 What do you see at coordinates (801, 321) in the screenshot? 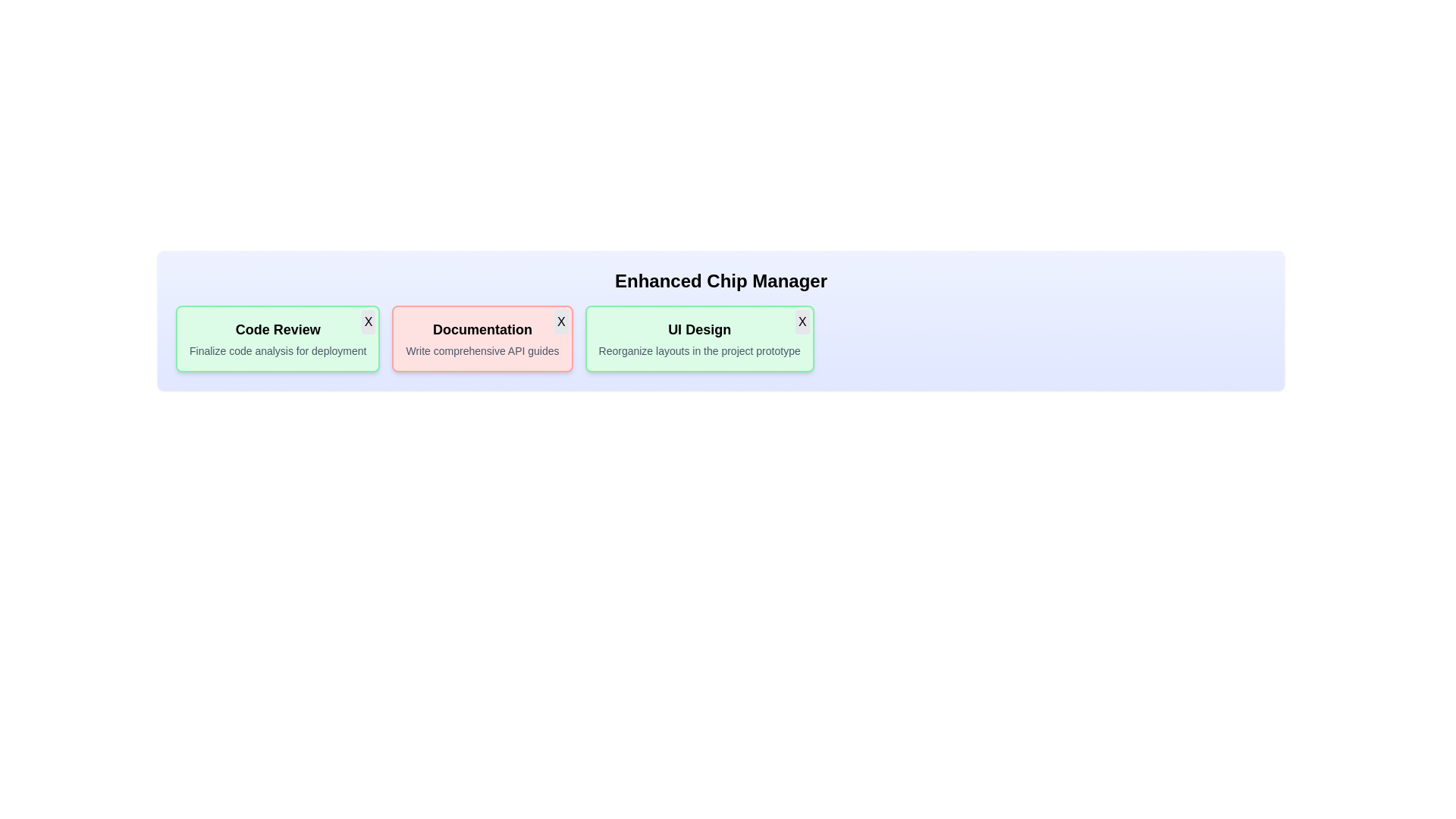
I see `the close button of the chip labeled 'UI Design' to remove it` at bounding box center [801, 321].